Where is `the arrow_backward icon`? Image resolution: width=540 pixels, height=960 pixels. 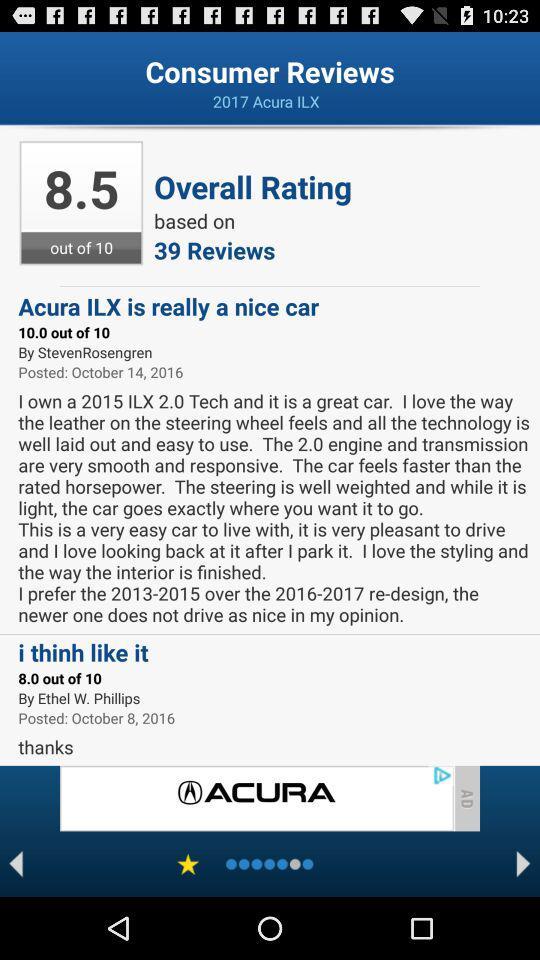
the arrow_backward icon is located at coordinates (15, 924).